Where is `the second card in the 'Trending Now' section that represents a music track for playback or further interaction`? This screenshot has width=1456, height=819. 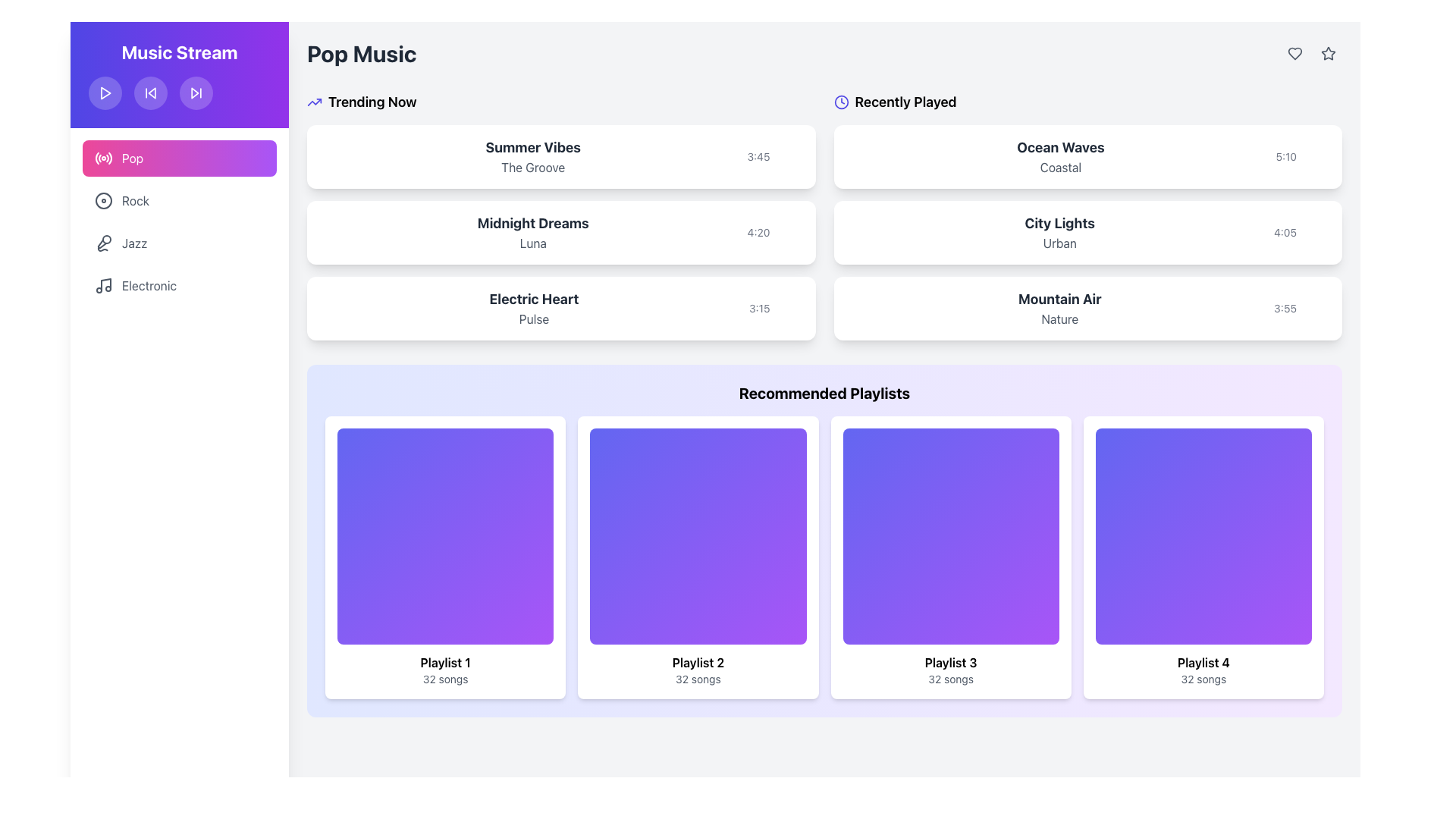 the second card in the 'Trending Now' section that represents a music track for playback or further interaction is located at coordinates (560, 233).